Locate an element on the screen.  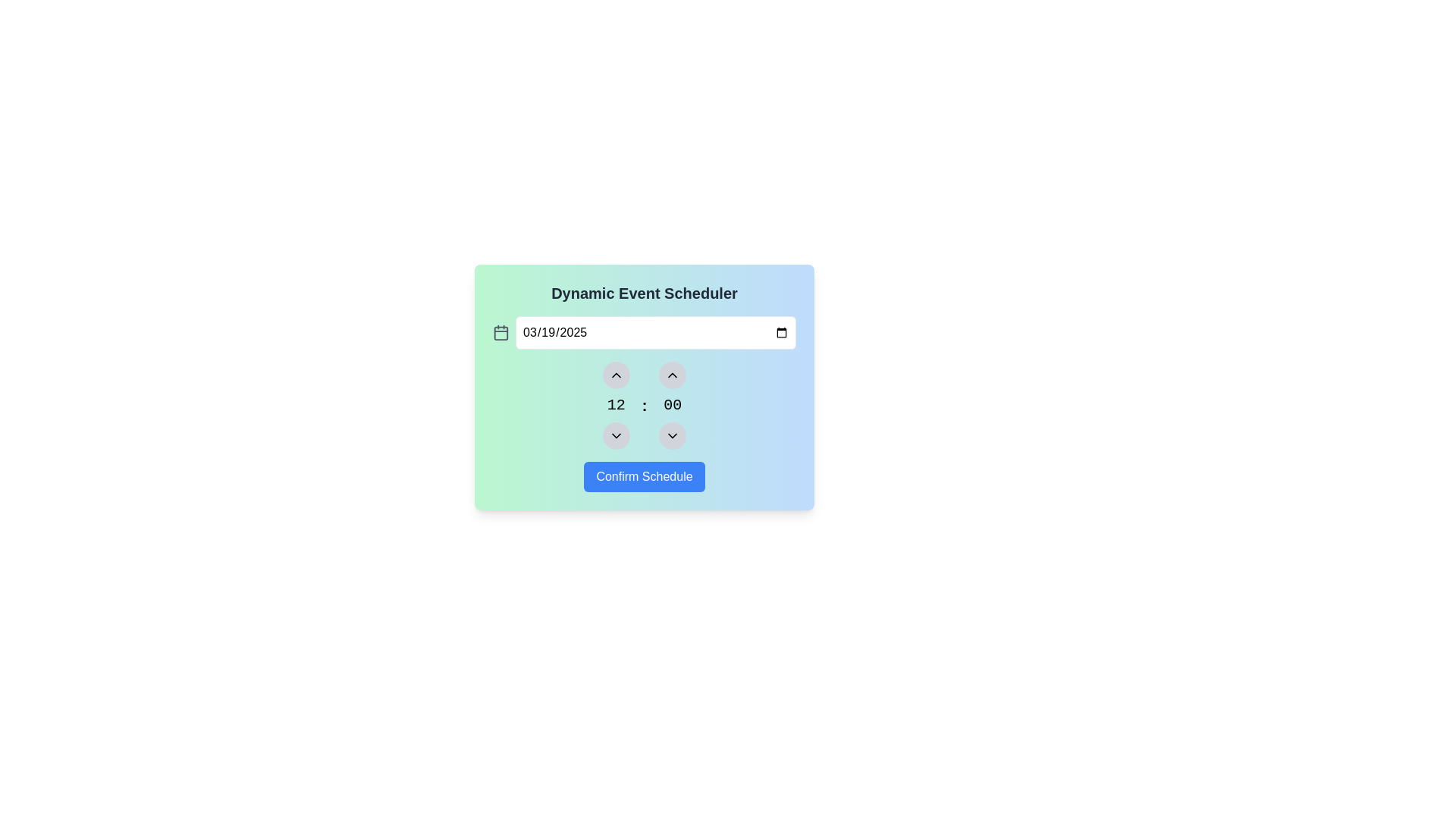
the downward chevron button located below the numeric display of '12' to decrease its value is located at coordinates (616, 435).